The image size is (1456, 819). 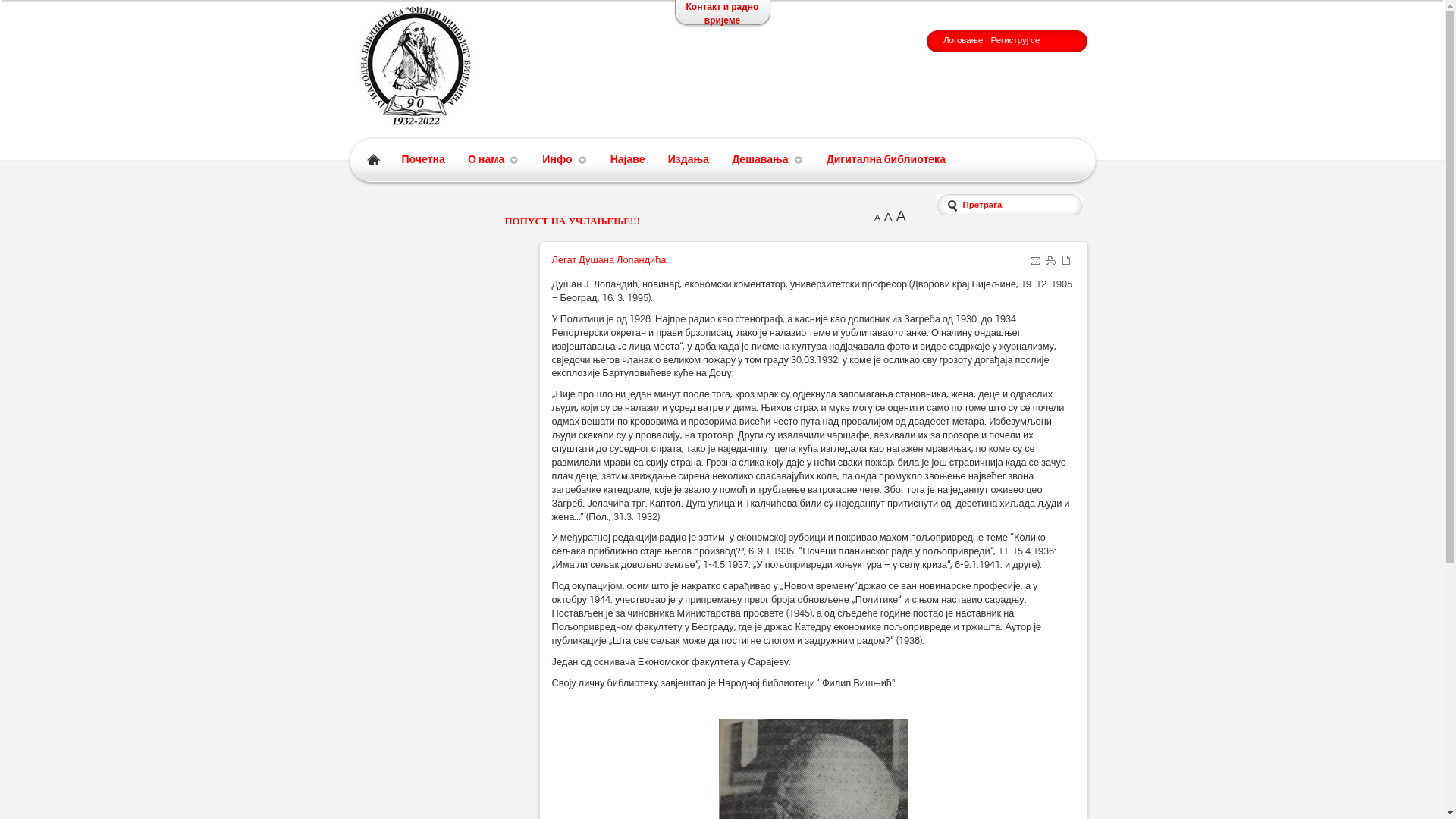 What do you see at coordinates (901, 216) in the screenshot?
I see `'A'` at bounding box center [901, 216].